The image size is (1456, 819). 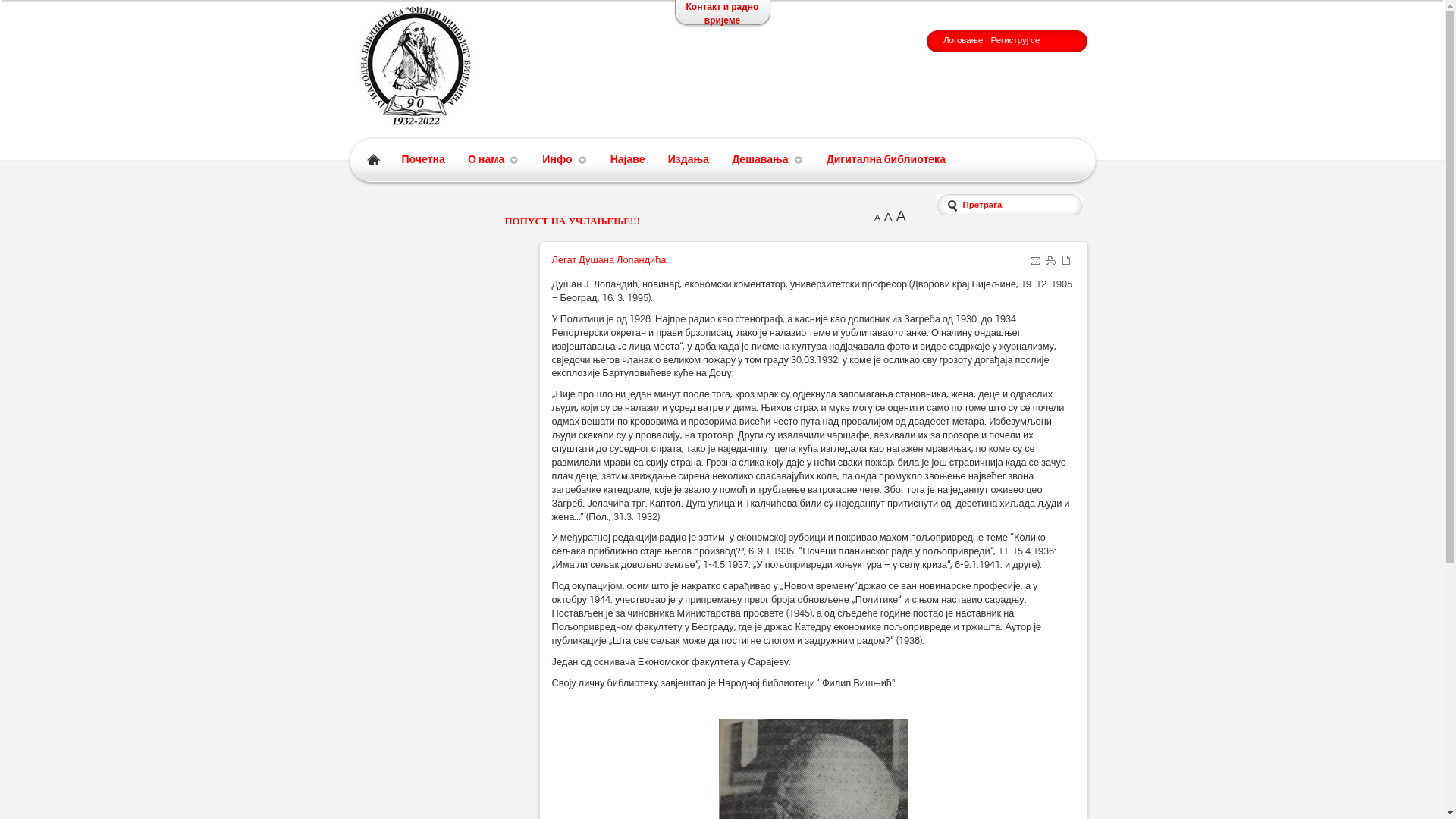 What do you see at coordinates (901, 216) in the screenshot?
I see `'A'` at bounding box center [901, 216].